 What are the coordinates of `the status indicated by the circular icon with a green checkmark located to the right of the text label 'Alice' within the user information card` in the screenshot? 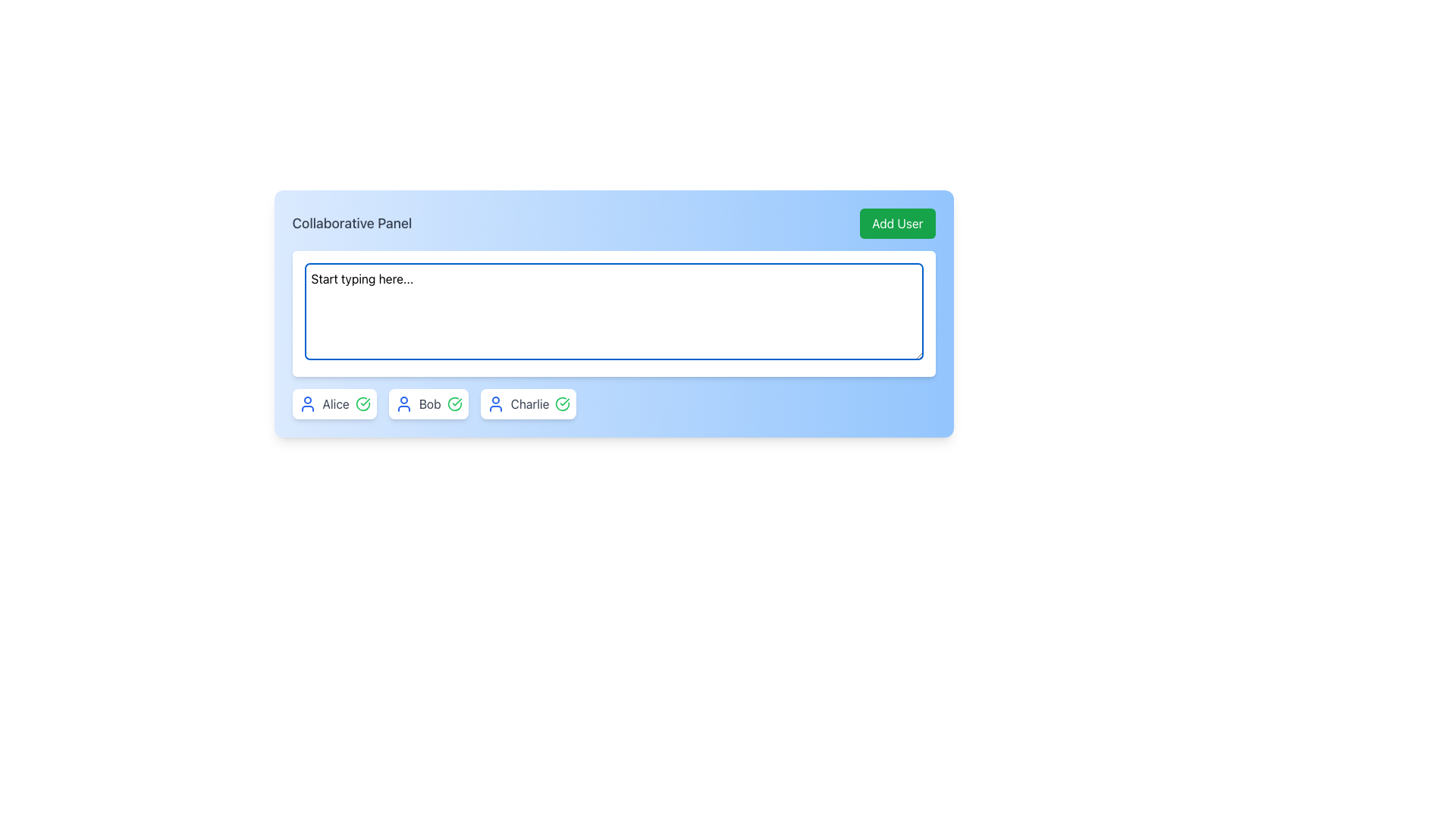 It's located at (362, 403).